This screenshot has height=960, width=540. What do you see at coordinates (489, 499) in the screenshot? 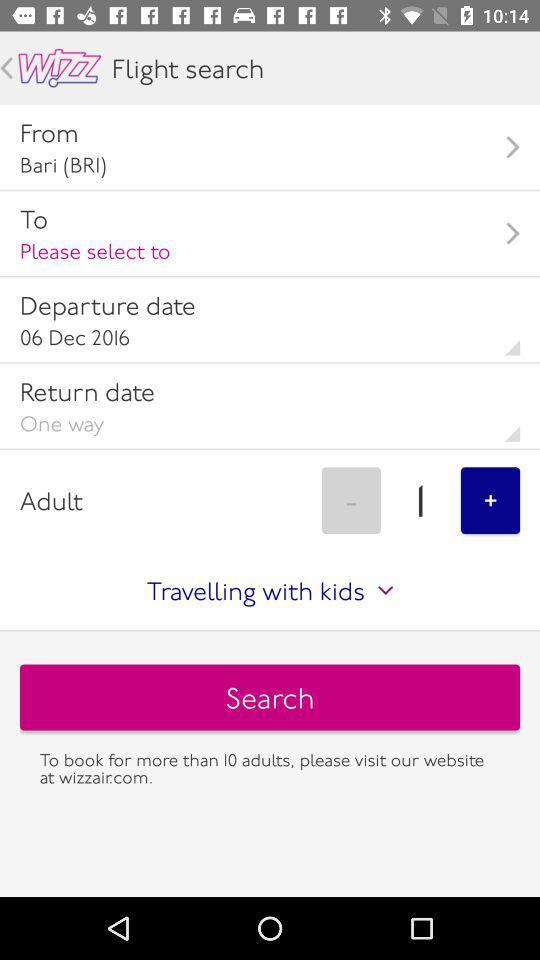
I see `+ item` at bounding box center [489, 499].